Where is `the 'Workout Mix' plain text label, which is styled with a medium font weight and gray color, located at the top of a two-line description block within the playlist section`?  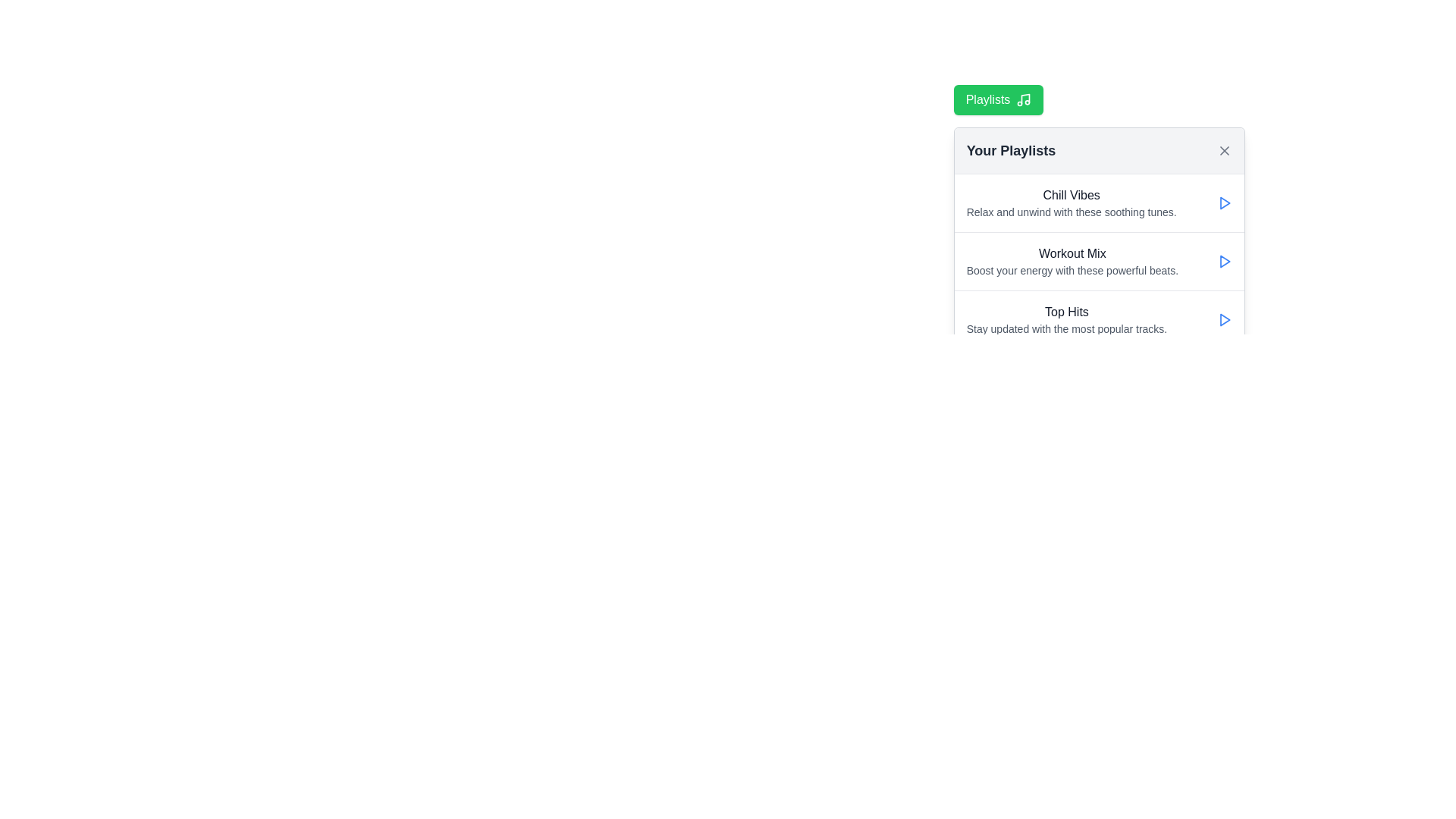
the 'Workout Mix' plain text label, which is styled with a medium font weight and gray color, located at the top of a two-line description block within the playlist section is located at coordinates (1072, 253).